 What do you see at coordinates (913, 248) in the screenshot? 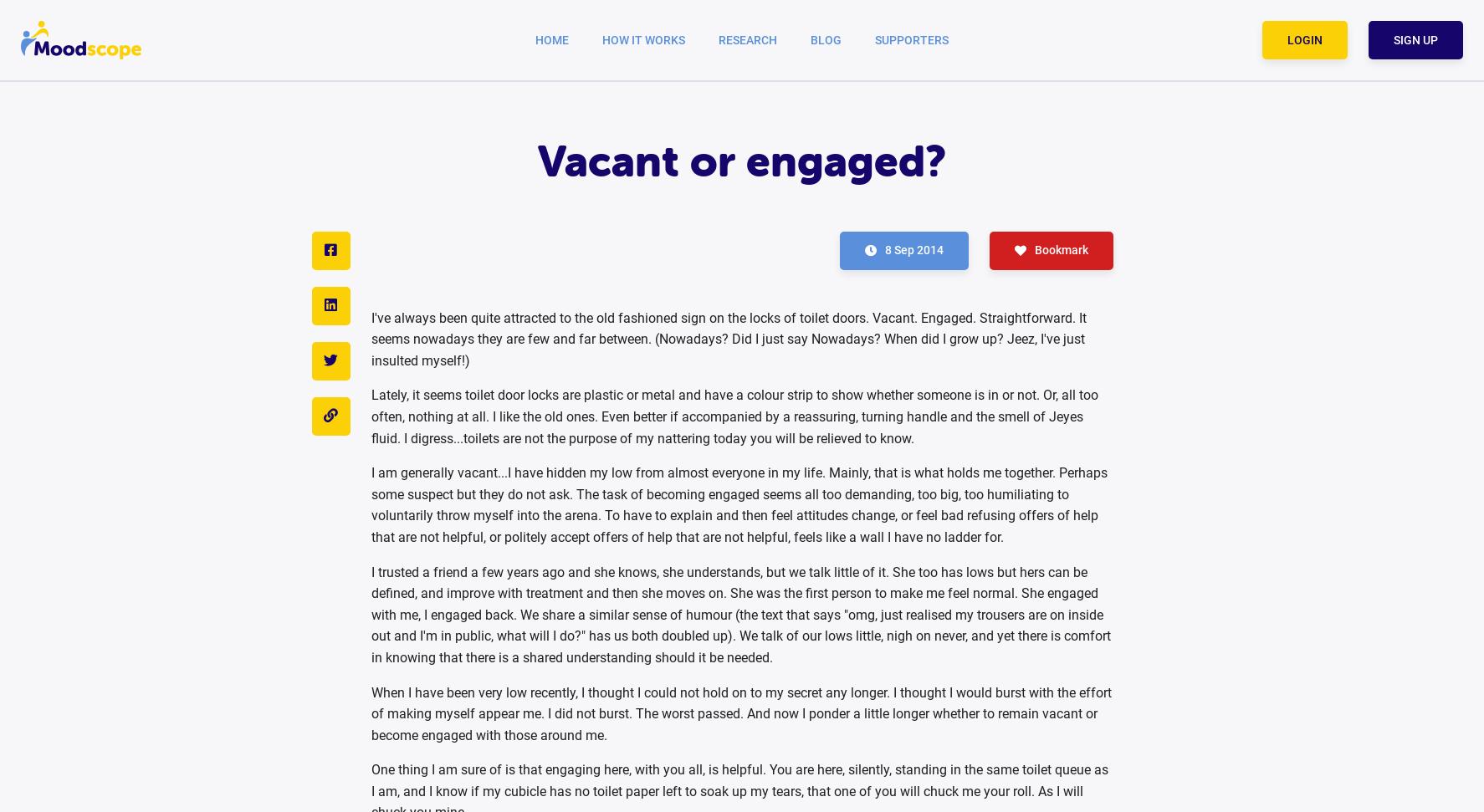
I see `'8 Sep 2014'` at bounding box center [913, 248].